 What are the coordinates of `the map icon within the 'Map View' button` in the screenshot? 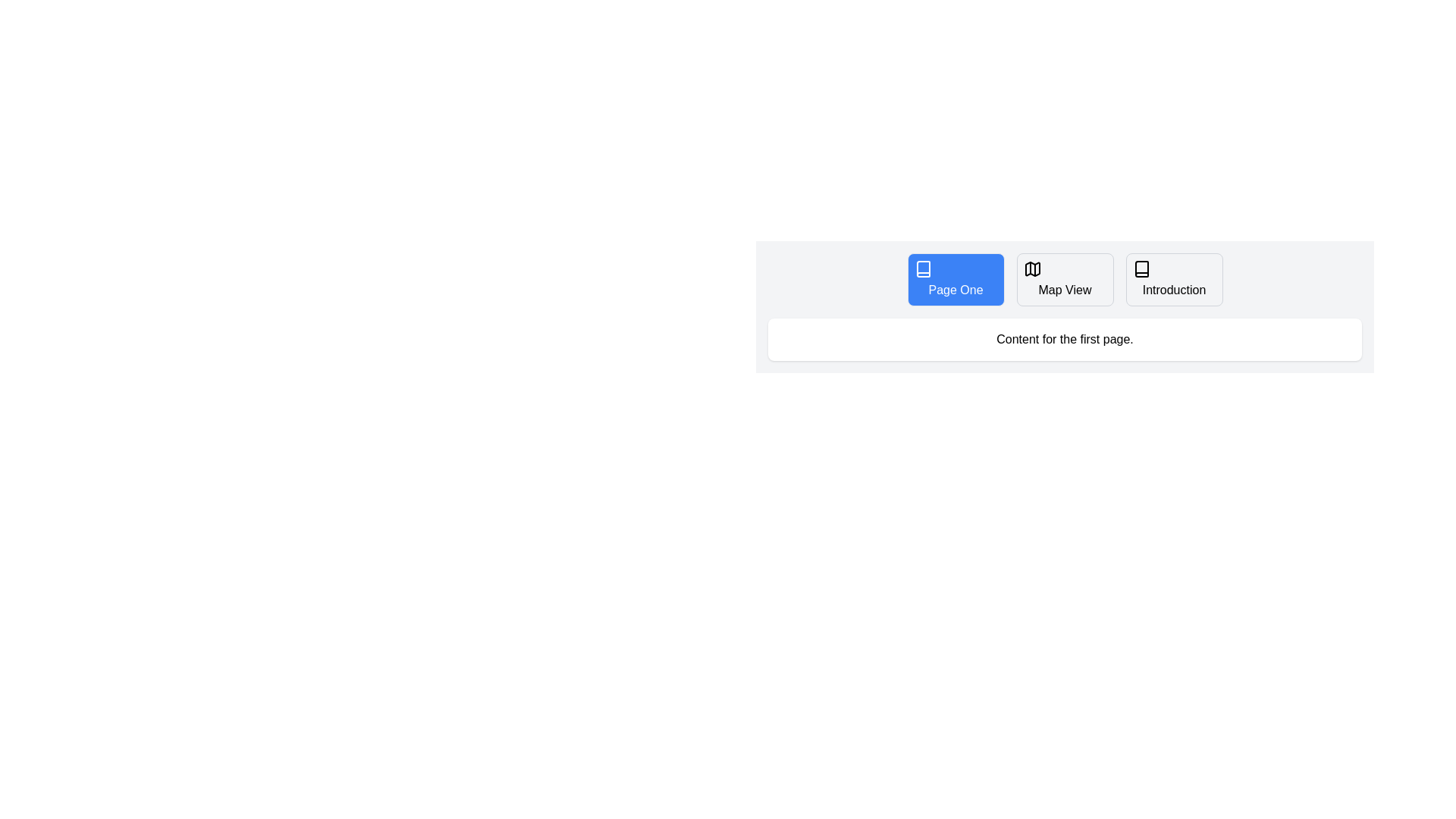 It's located at (1031, 268).